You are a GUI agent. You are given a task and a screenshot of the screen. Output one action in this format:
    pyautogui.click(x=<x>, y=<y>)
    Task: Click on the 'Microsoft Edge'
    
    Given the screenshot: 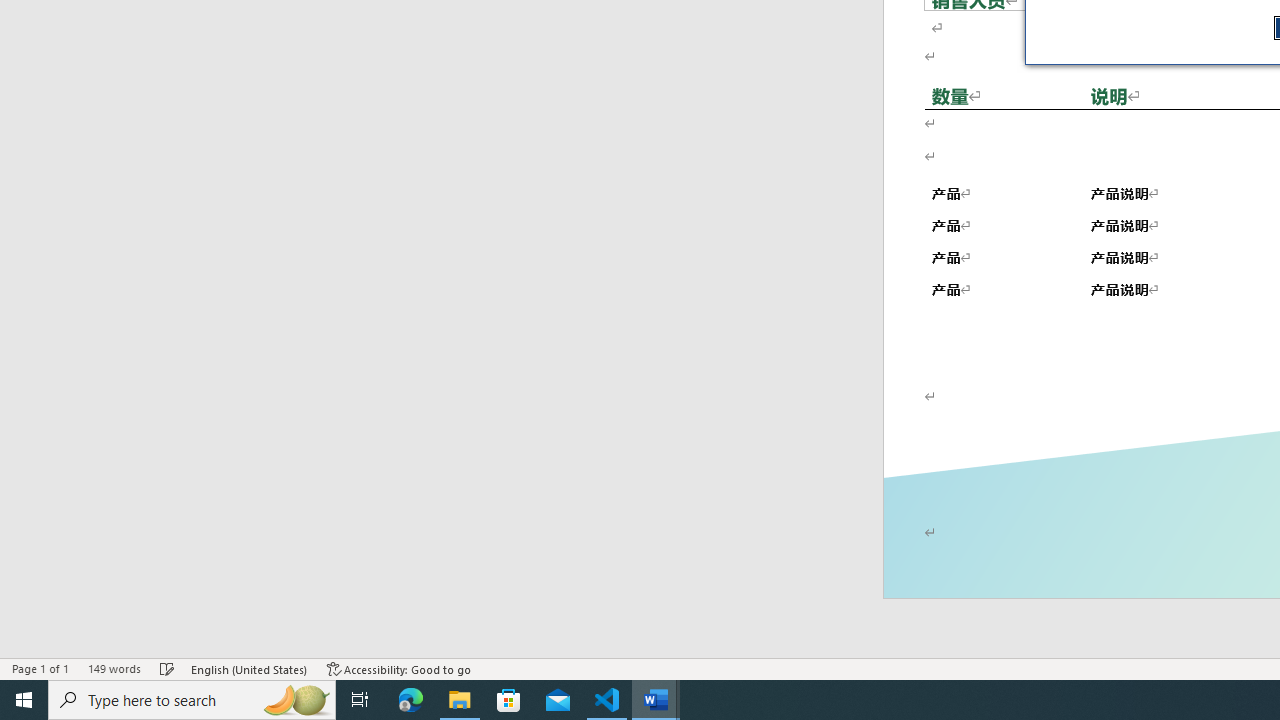 What is the action you would take?
    pyautogui.click(x=410, y=698)
    